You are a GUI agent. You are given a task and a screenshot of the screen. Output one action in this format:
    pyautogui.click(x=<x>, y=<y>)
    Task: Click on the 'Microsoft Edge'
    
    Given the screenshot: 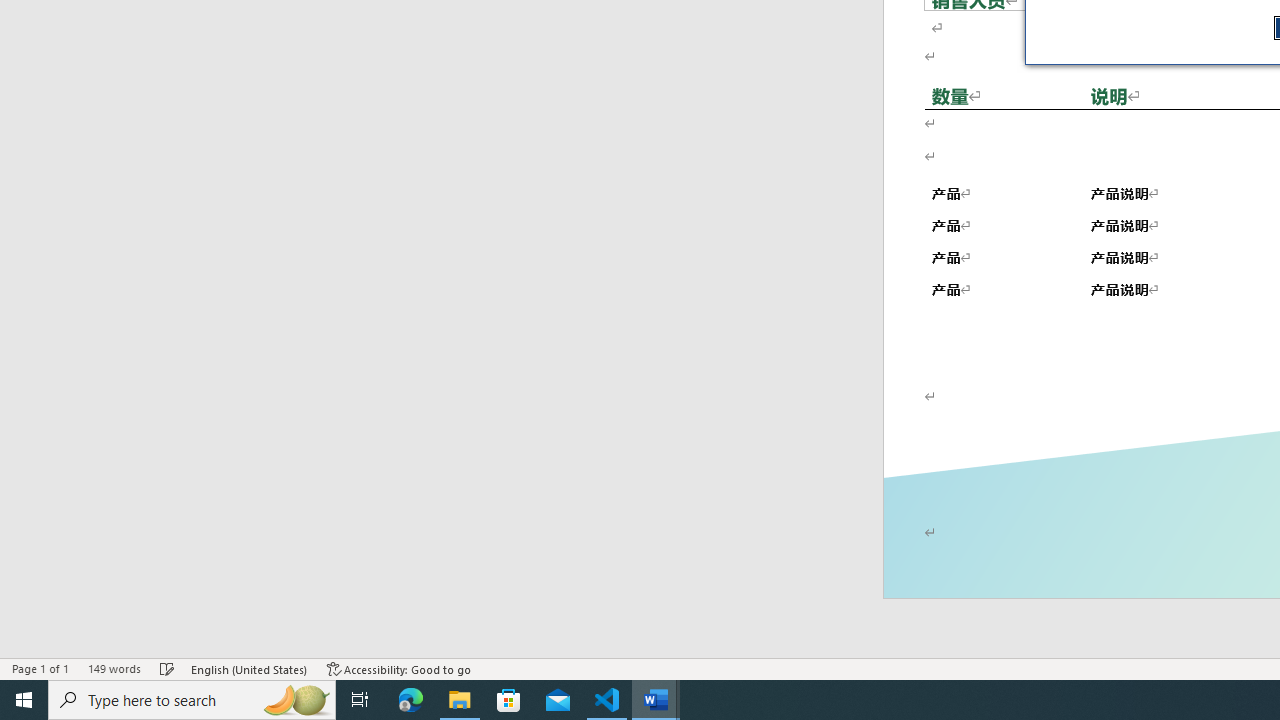 What is the action you would take?
    pyautogui.click(x=410, y=698)
    